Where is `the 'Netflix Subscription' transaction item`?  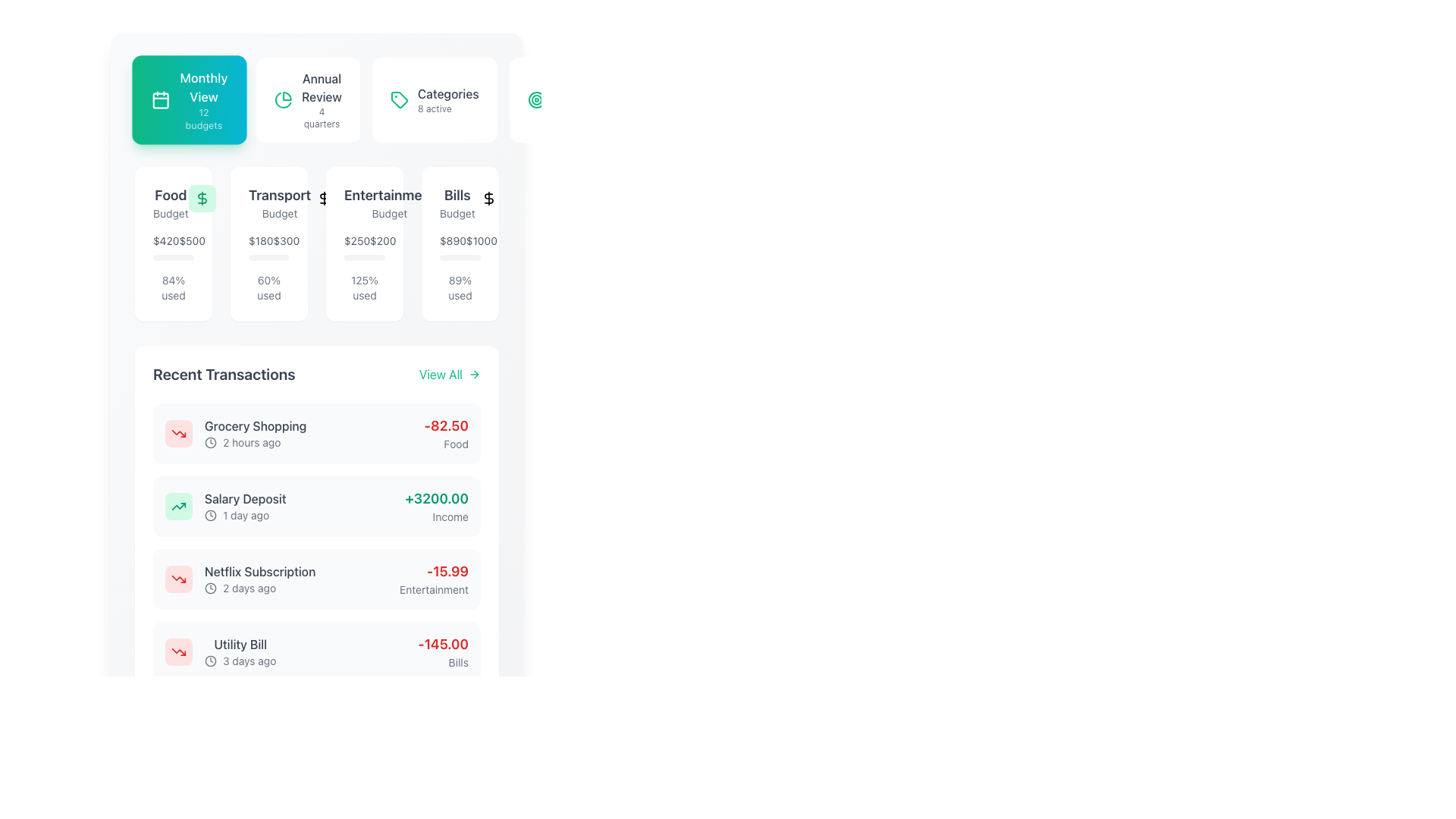
the 'Netflix Subscription' transaction item is located at coordinates (315, 579).